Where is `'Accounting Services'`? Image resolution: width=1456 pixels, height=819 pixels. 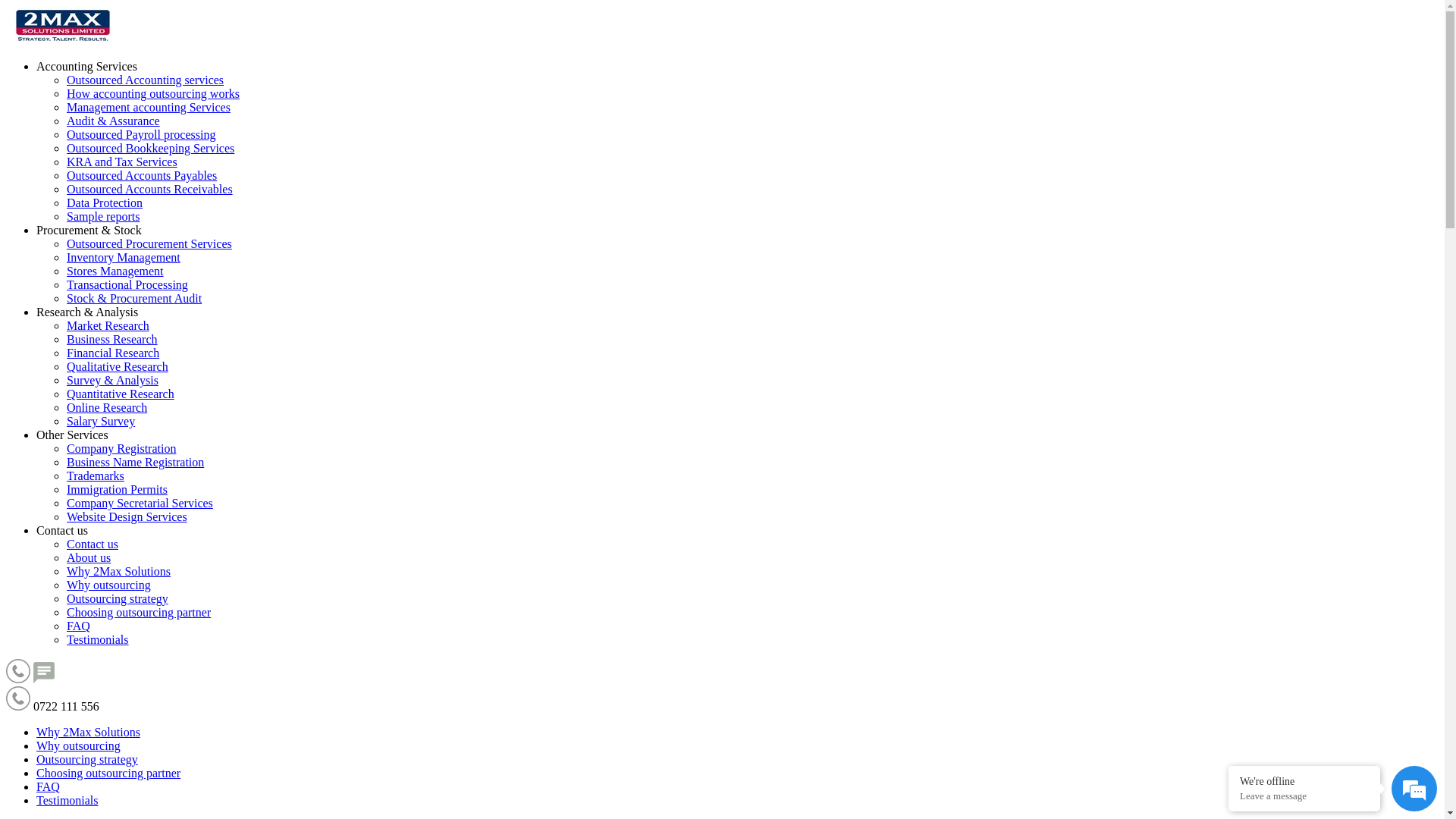
'Accounting Services' is located at coordinates (36, 65).